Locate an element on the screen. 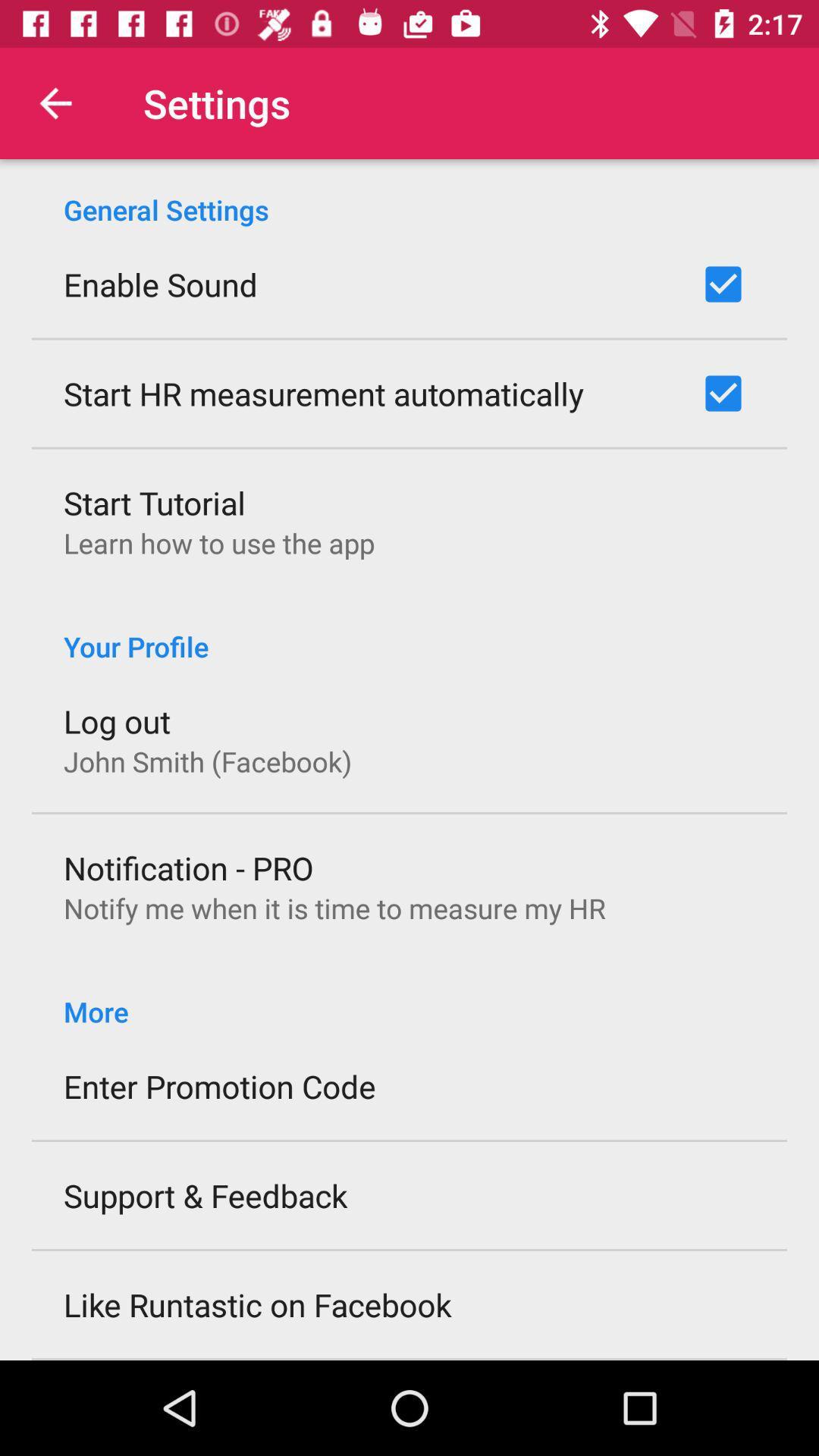 This screenshot has width=819, height=1456. item above the general settings icon is located at coordinates (55, 102).